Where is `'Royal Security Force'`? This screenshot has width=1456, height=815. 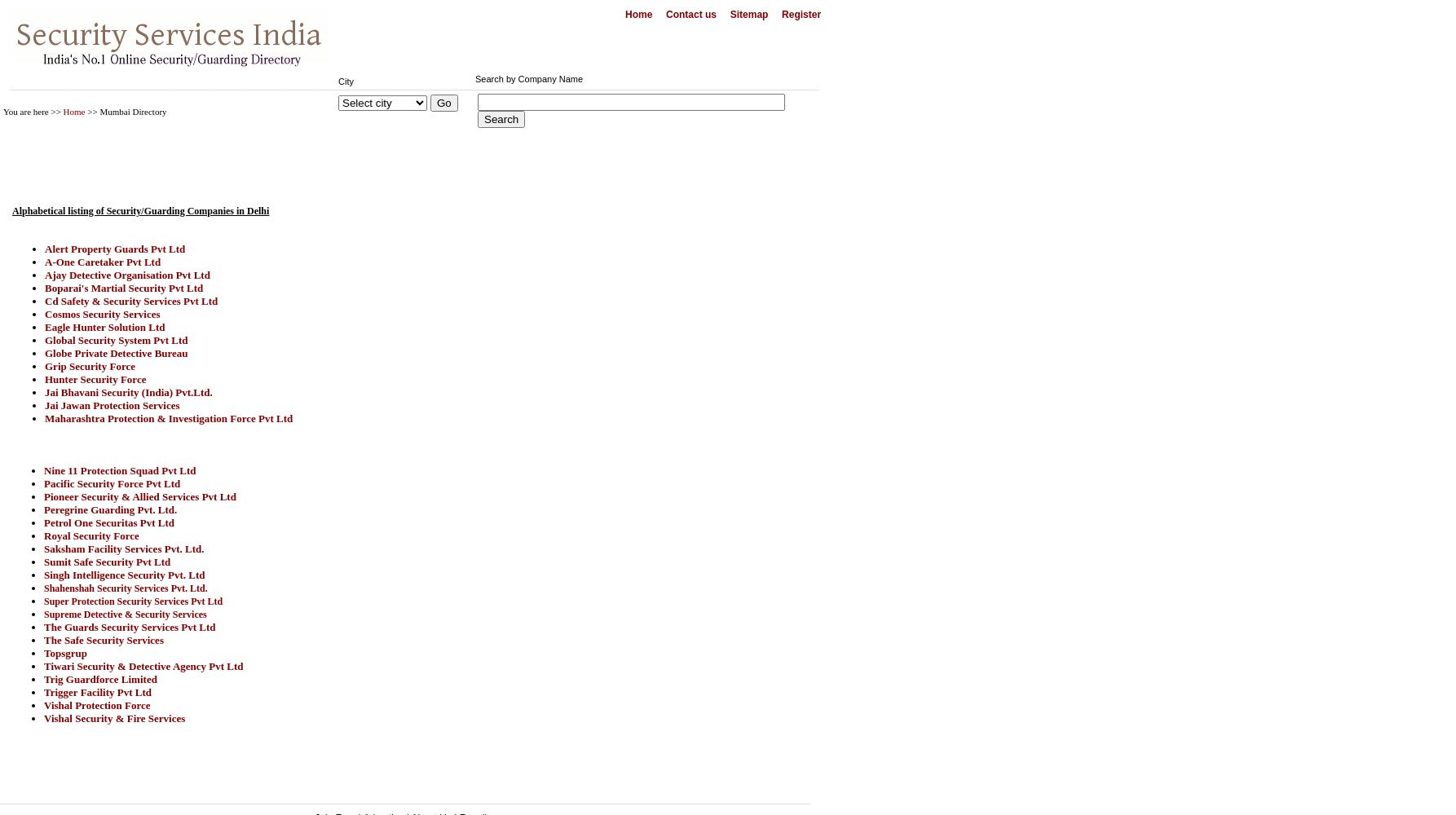 'Royal Security Force' is located at coordinates (90, 535).